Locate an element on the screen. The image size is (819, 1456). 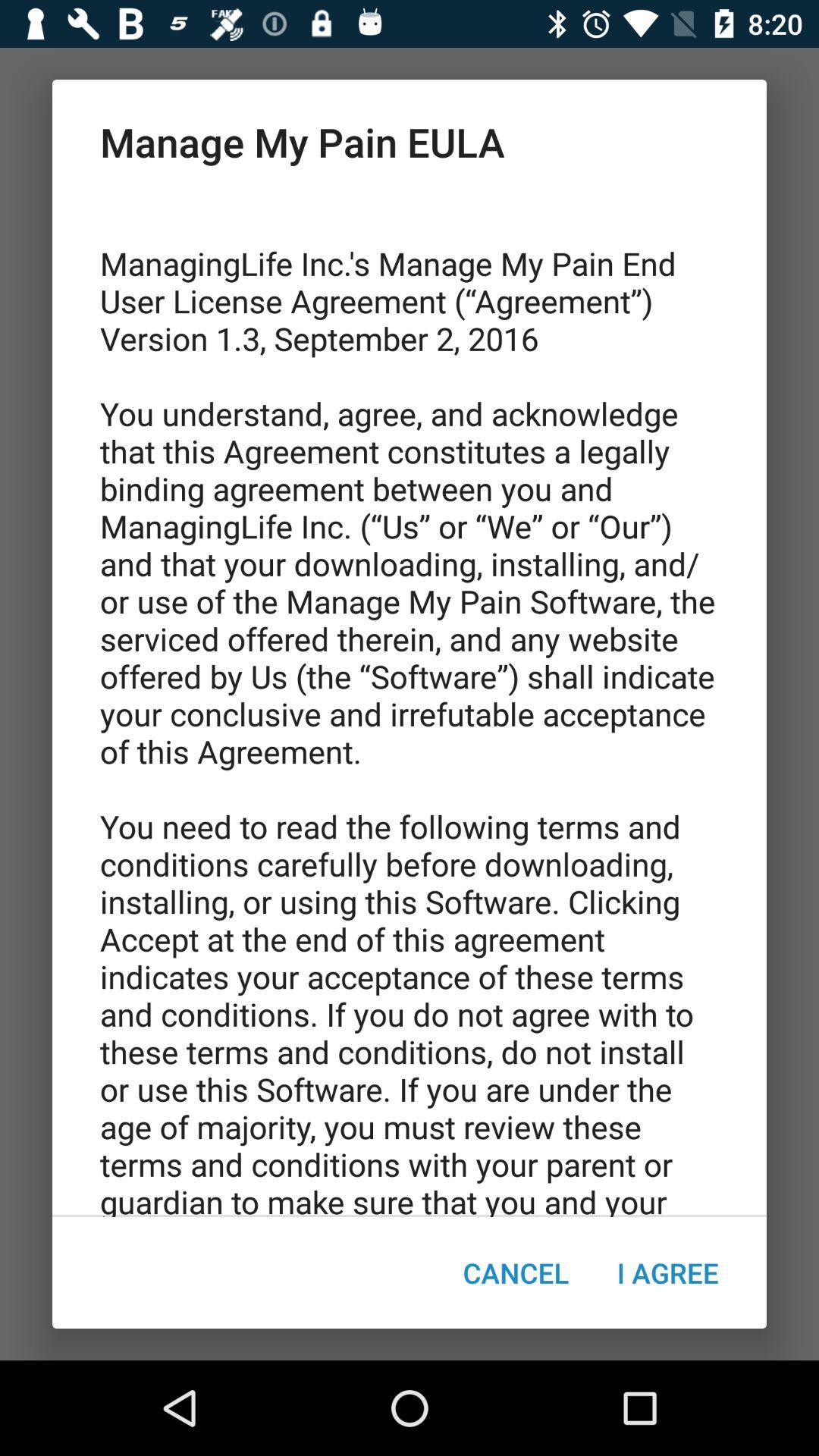
the cancel button is located at coordinates (515, 1272).